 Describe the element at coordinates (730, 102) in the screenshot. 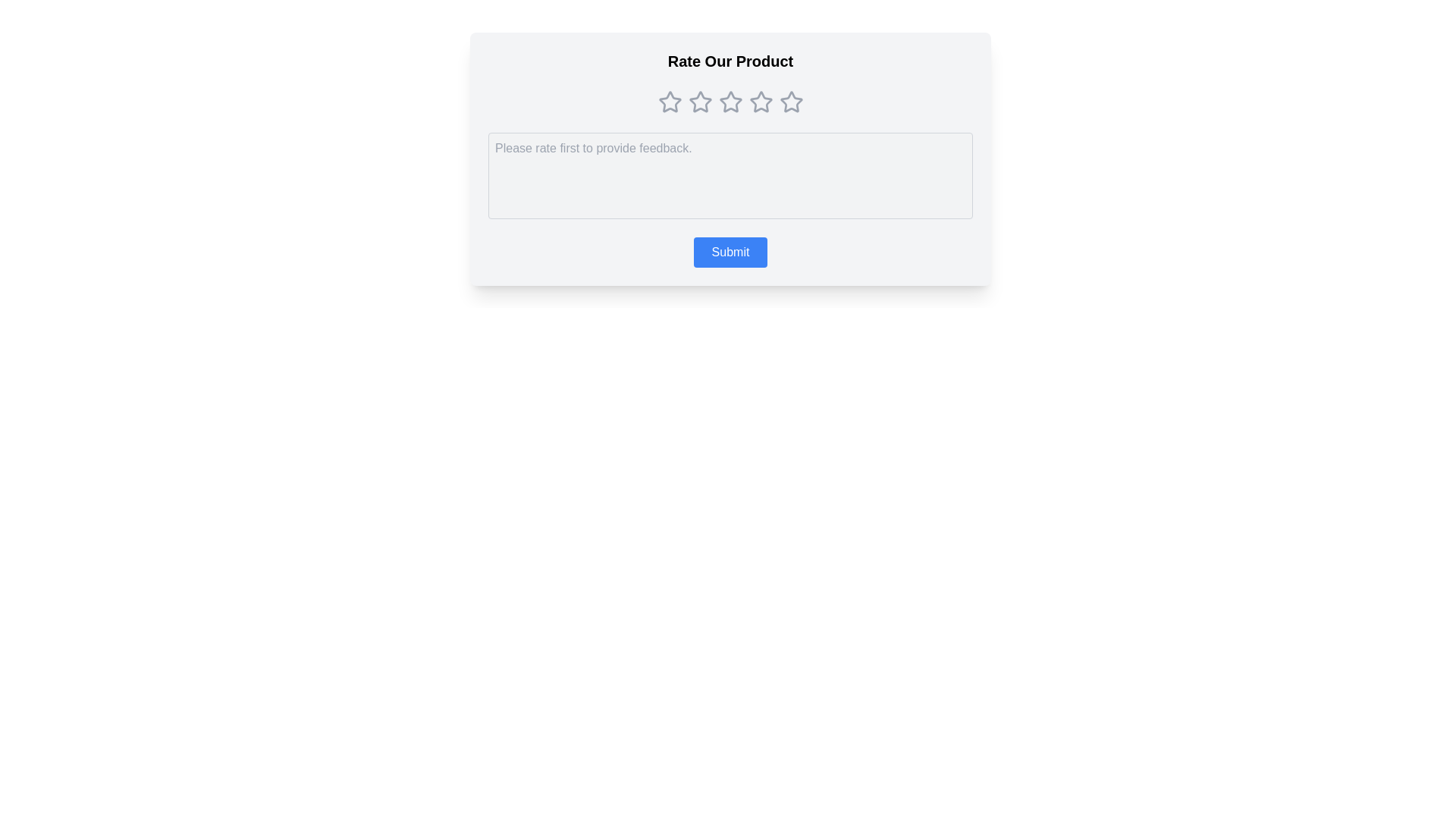

I see `the star icons in the Rating component located under 'Rate Our Product'` at that location.